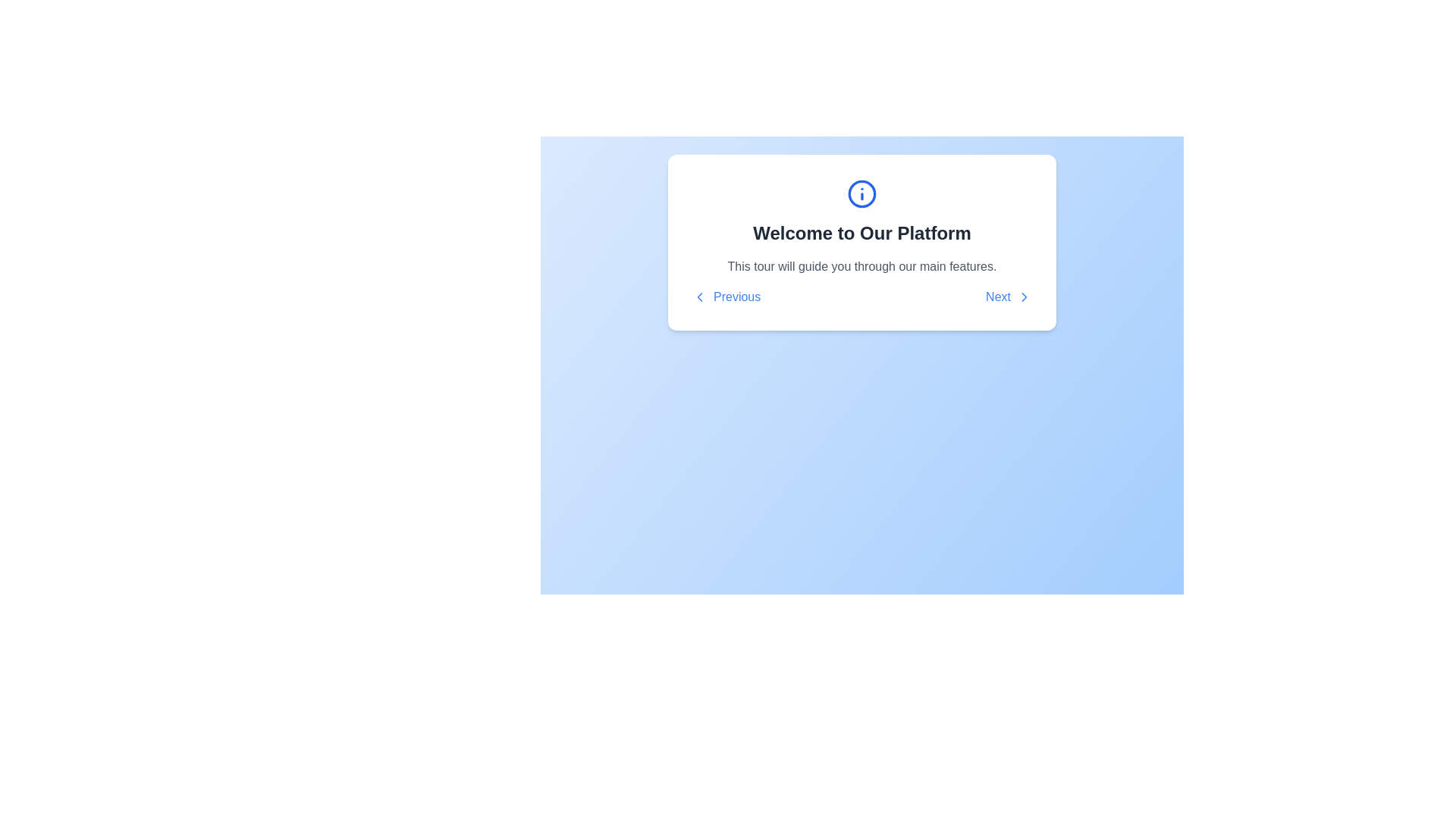  What do you see at coordinates (1024, 297) in the screenshot?
I see `the Chevron Right icon located in the bottom-right corner of the card interface` at bounding box center [1024, 297].